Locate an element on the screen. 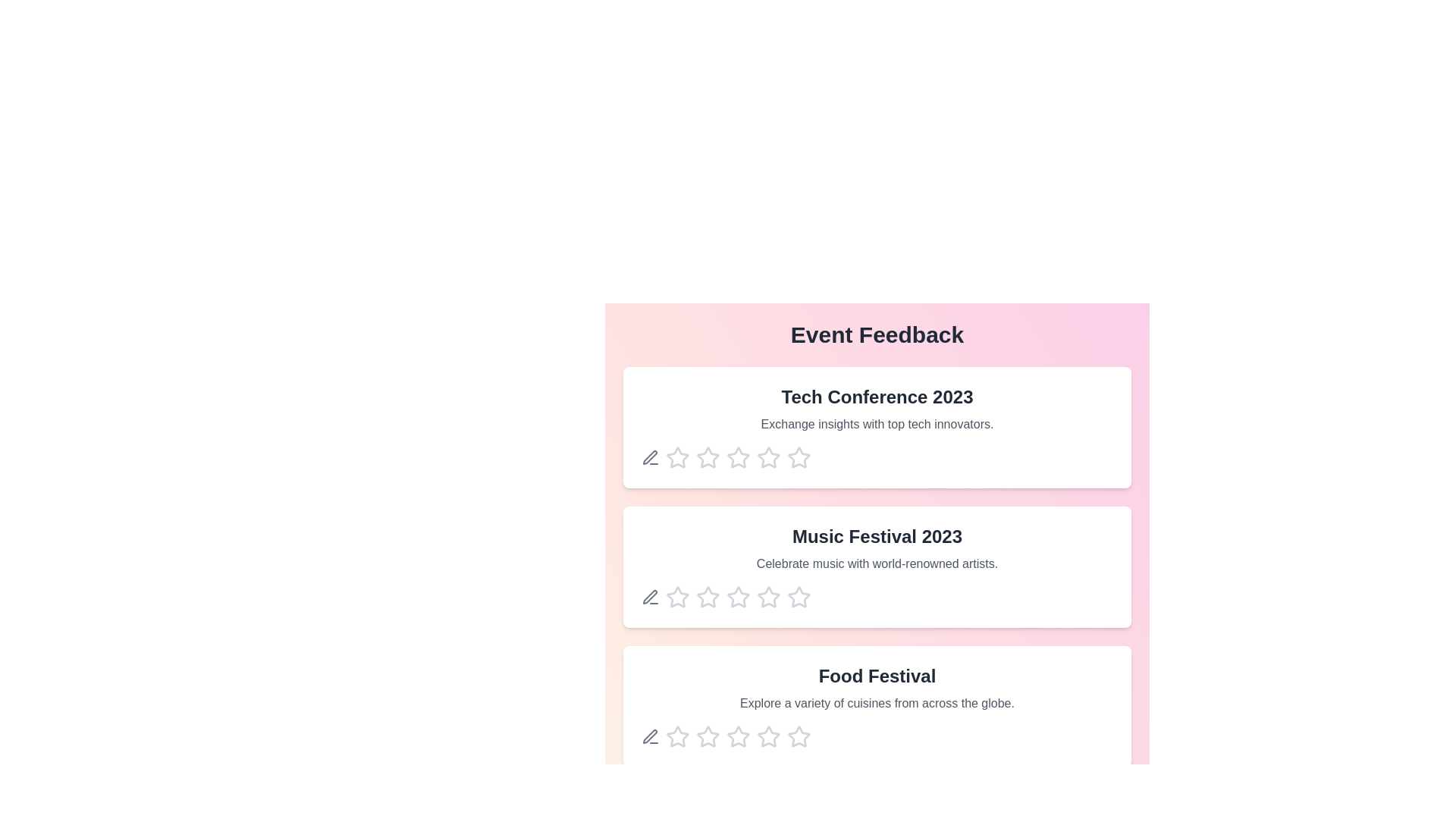  the star corresponding to the rating 5 is located at coordinates (799, 457).